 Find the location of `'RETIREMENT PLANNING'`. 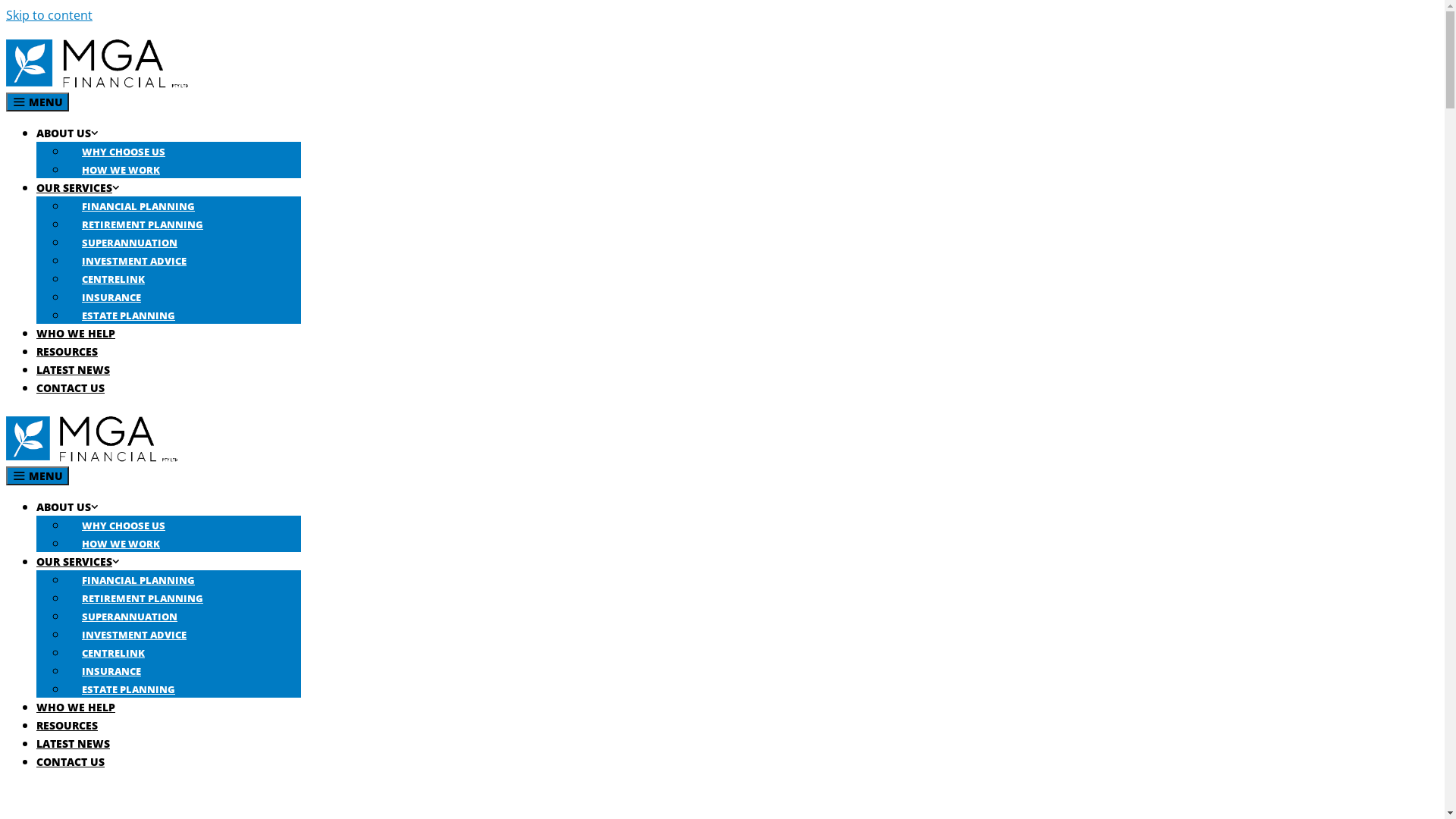

'RETIREMENT PLANNING' is located at coordinates (142, 224).